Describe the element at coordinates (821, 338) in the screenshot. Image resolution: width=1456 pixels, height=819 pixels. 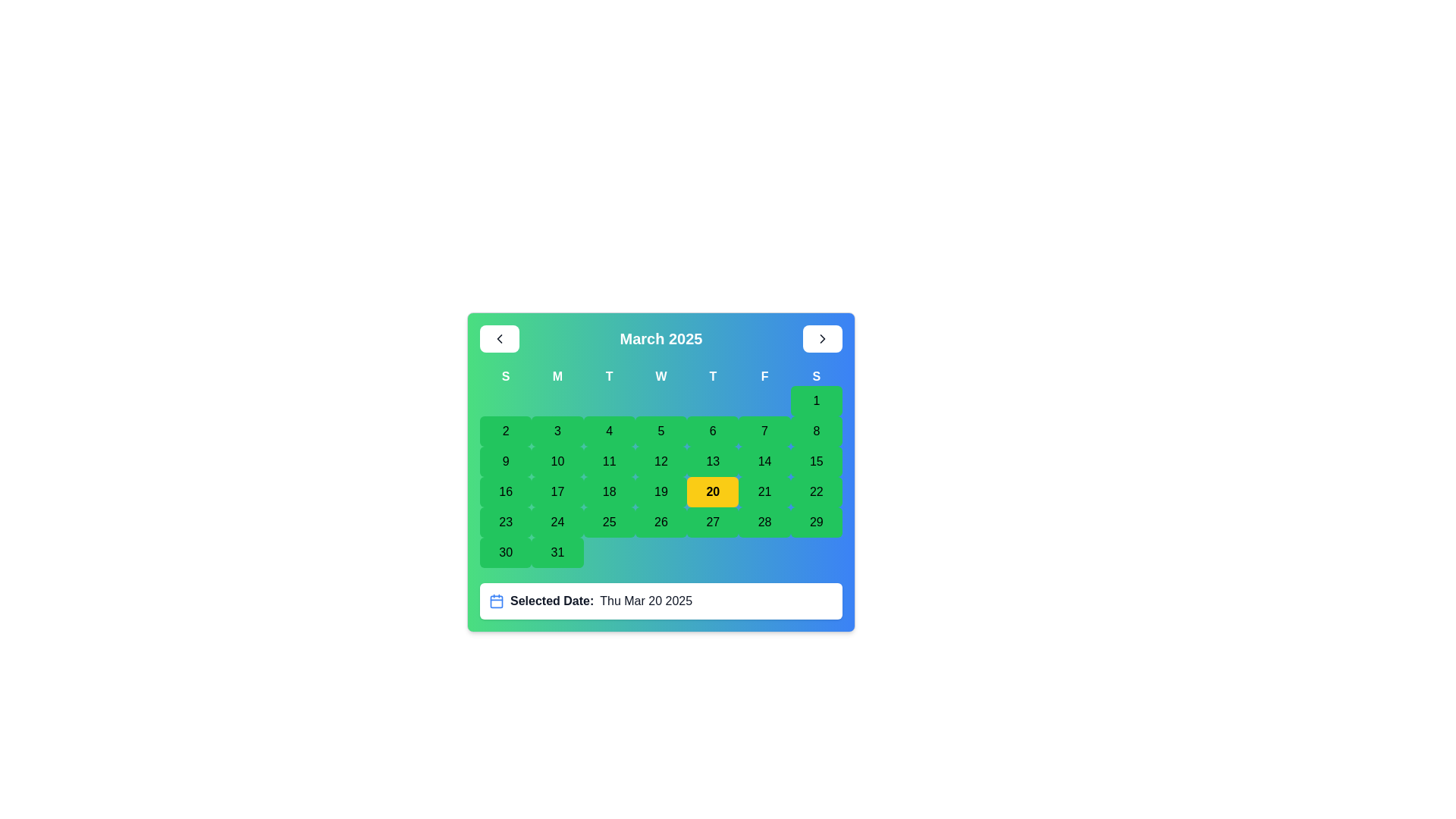
I see `the button located in the top-right corner of the calendar interface` at that location.